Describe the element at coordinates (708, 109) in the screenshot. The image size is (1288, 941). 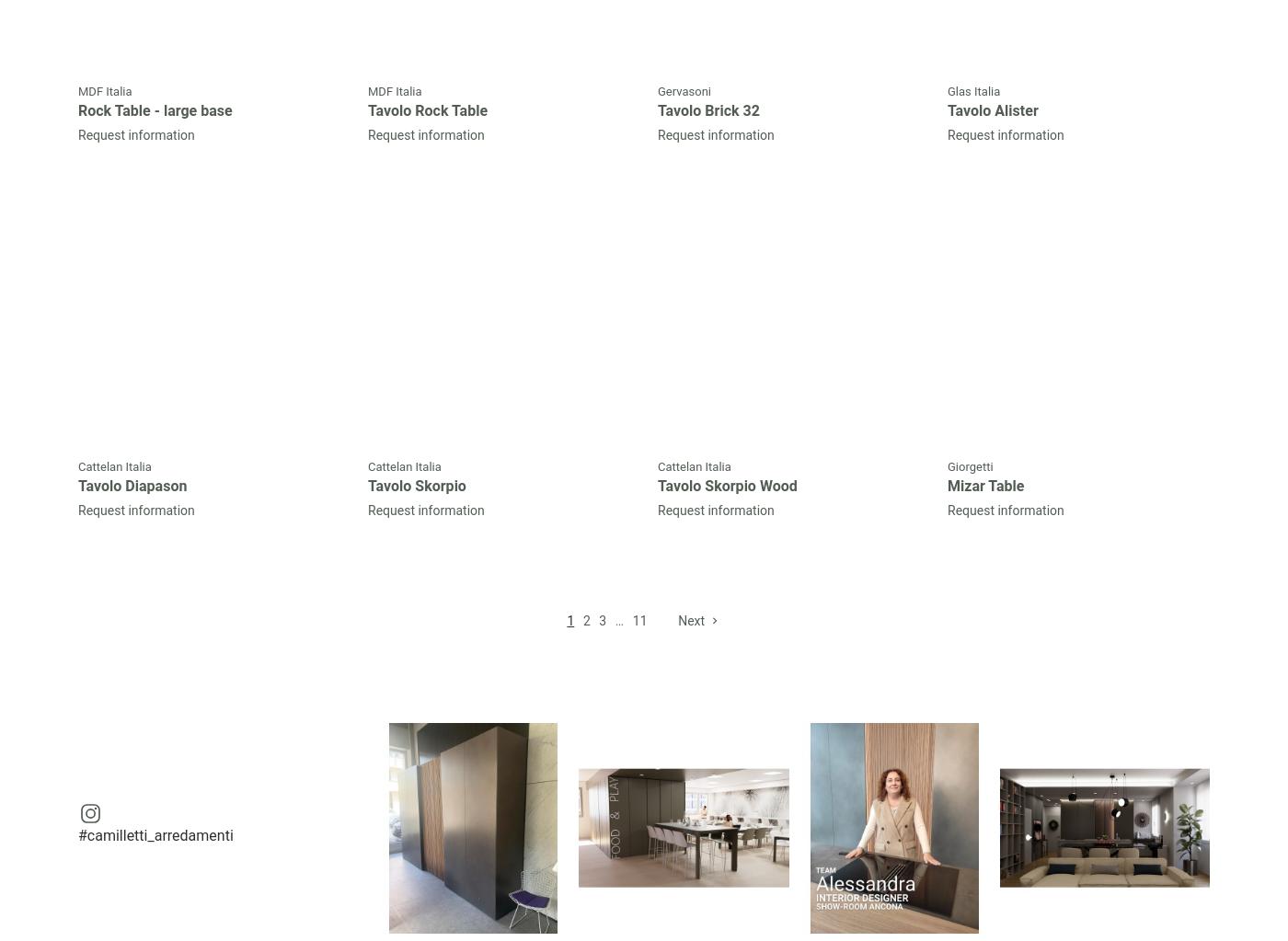
I see `'Tavolo Brick 32'` at that location.